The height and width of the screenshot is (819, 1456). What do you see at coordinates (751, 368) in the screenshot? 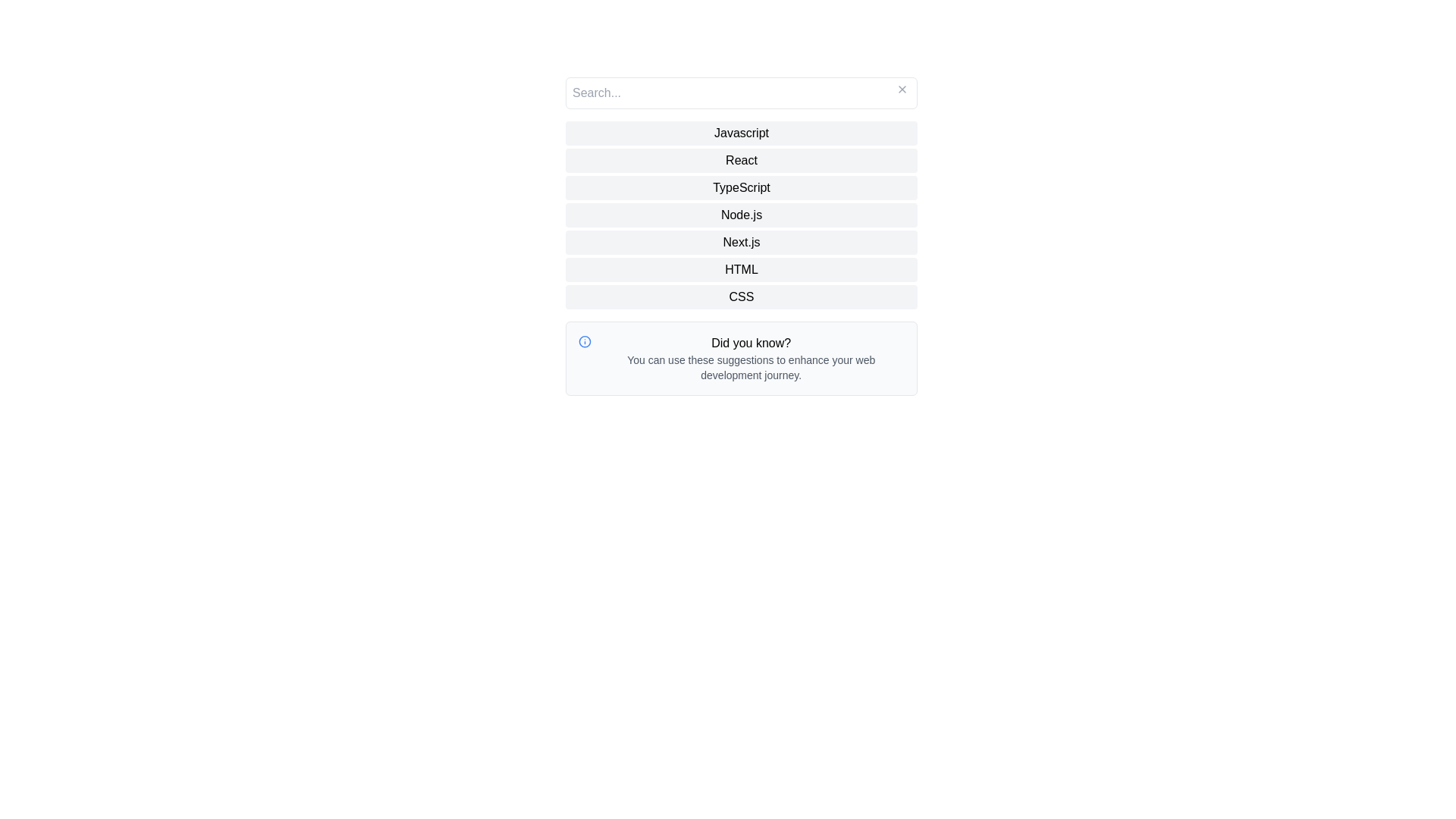
I see `the textual element styled in a small font size and gray color, containing the sentence 'You can use these suggestions to enhance your web development journey.', which is positioned directly below the header 'Did you know?'` at bounding box center [751, 368].